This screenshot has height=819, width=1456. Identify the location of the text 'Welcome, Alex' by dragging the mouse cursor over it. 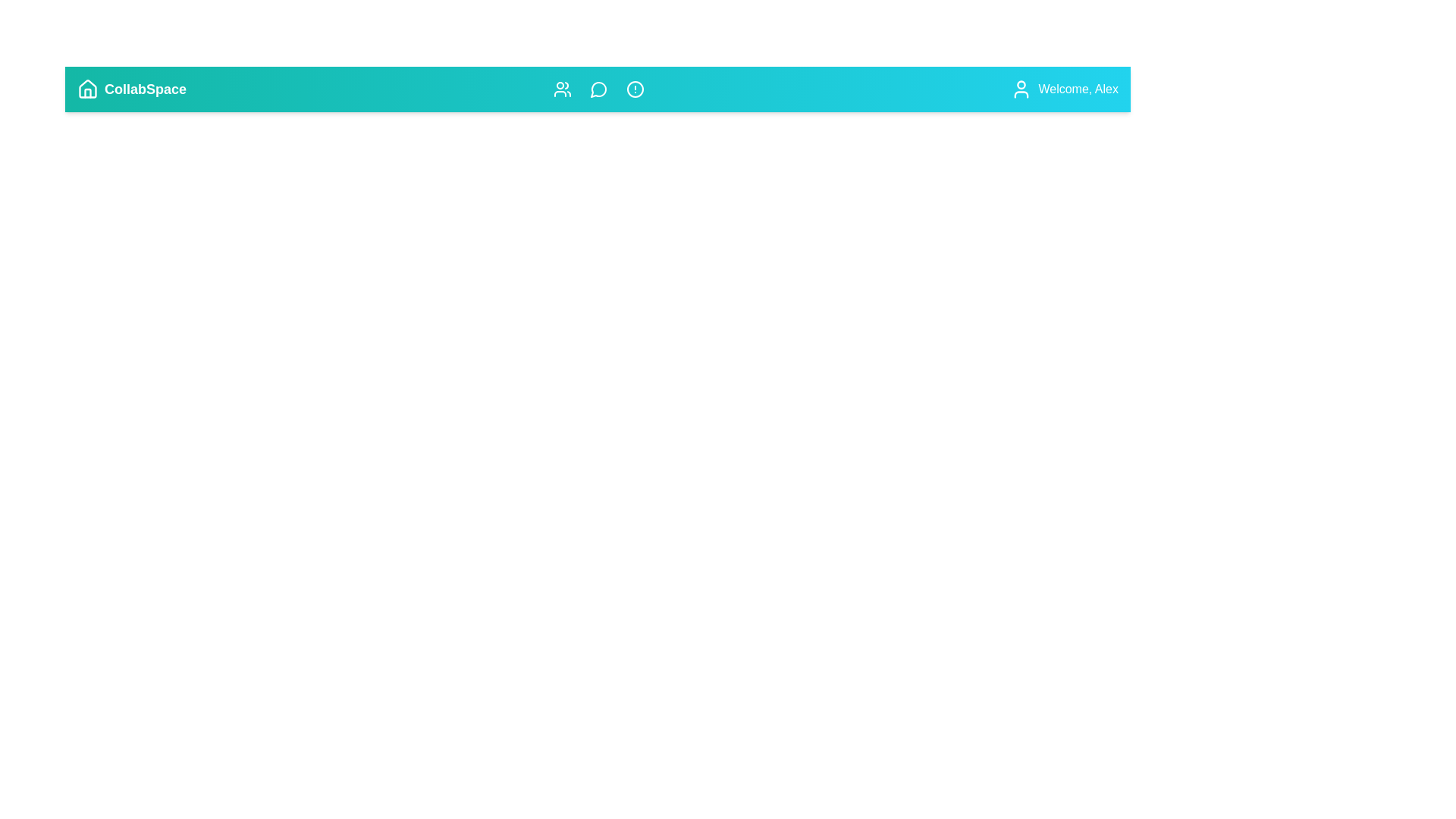
(1037, 80).